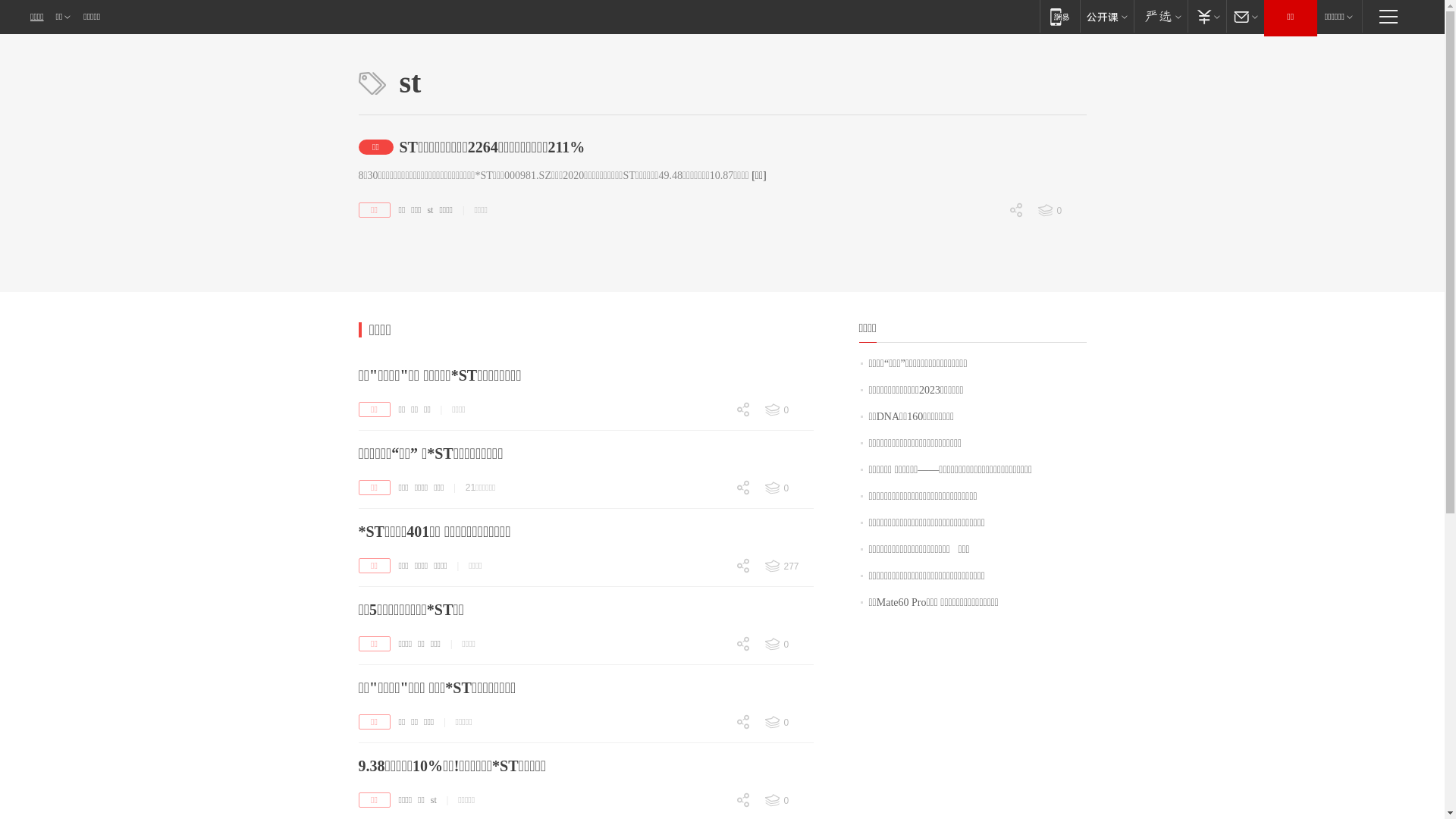 This screenshot has height=819, width=1456. I want to click on '0', so click(712, 748).